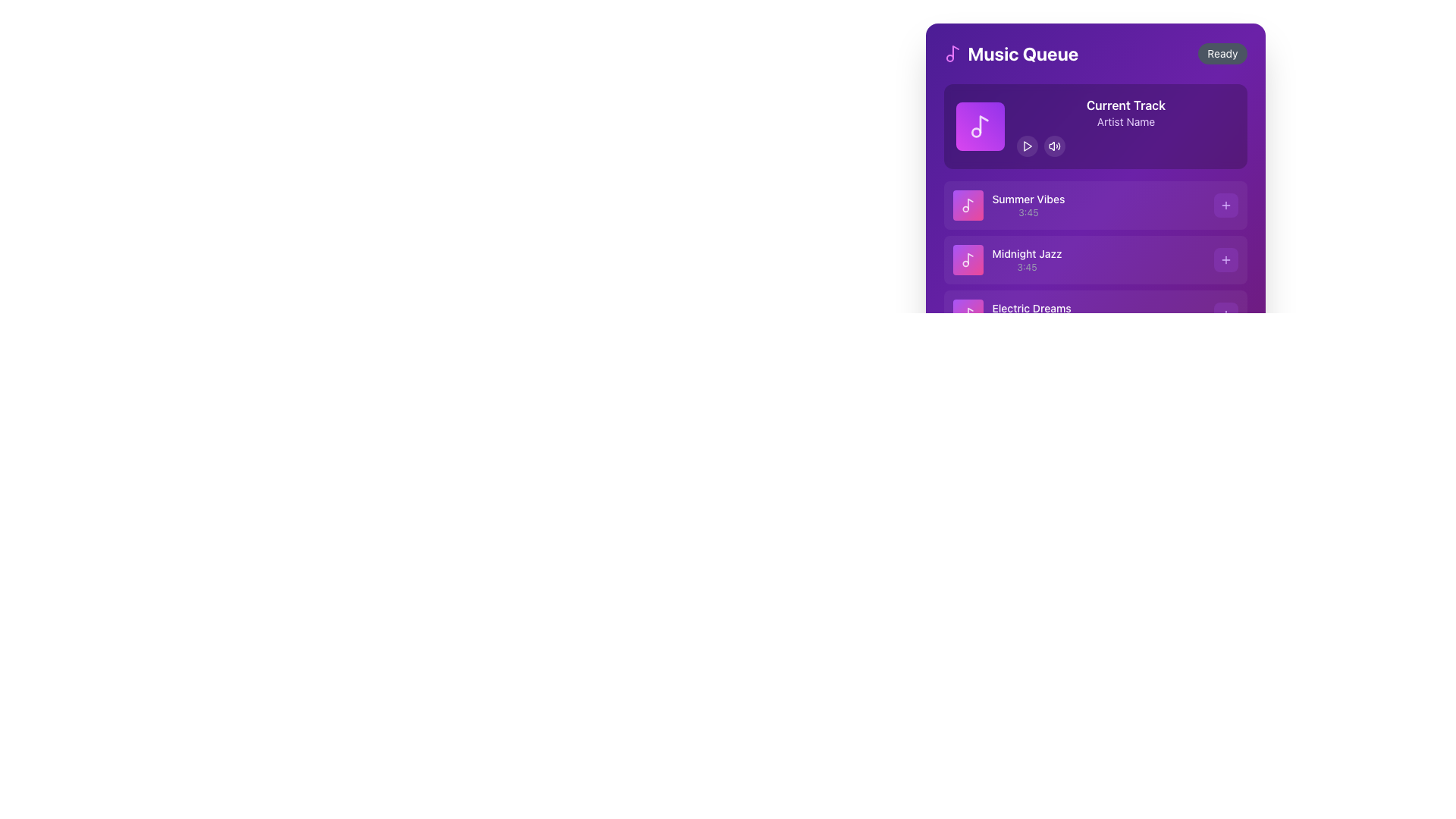 Image resolution: width=1456 pixels, height=819 pixels. Describe the element at coordinates (1009, 205) in the screenshot. I see `the second entry in the playlist titled 'Summer Vibes'` at that location.